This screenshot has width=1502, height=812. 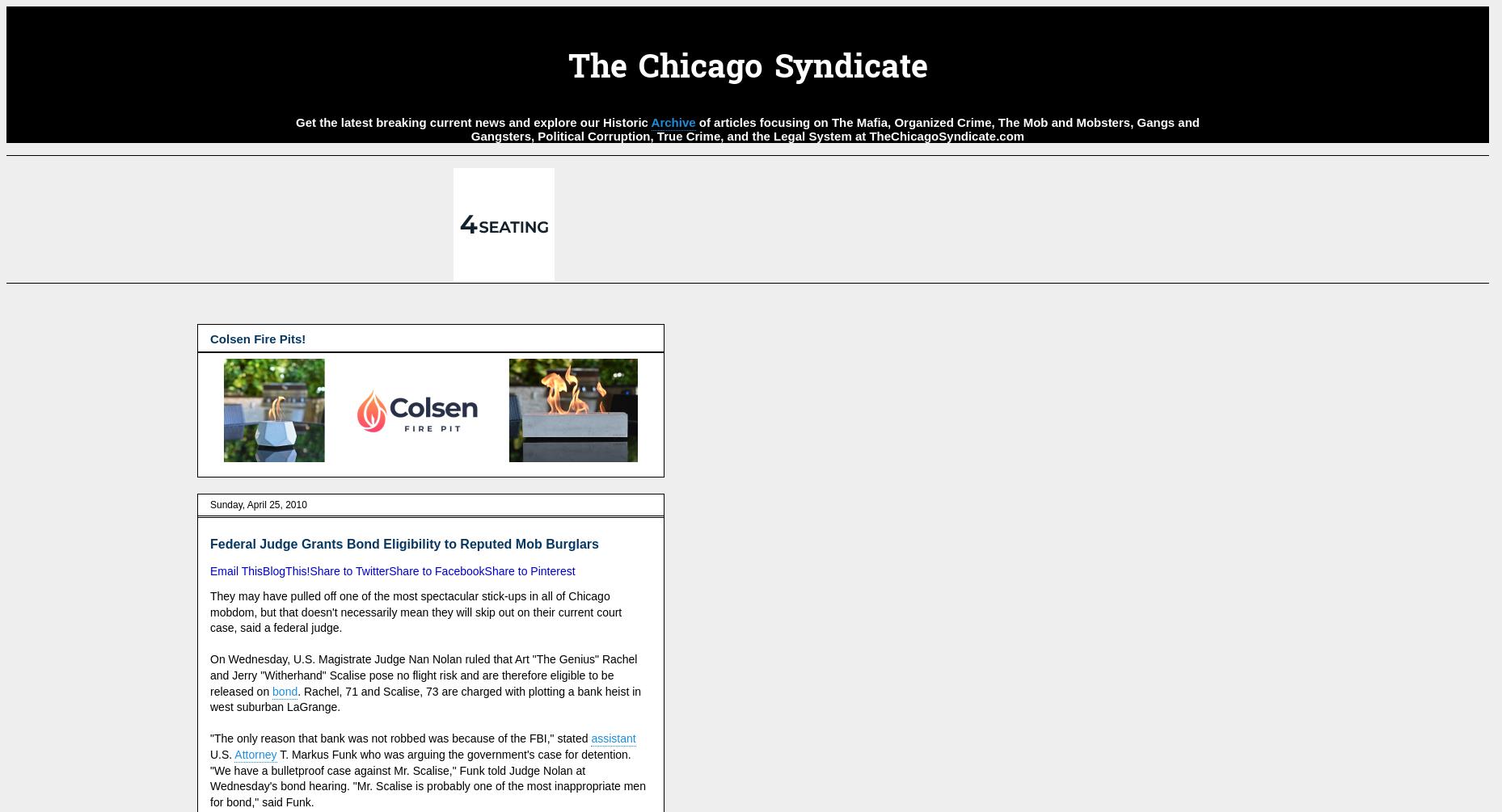 What do you see at coordinates (436, 571) in the screenshot?
I see `'Share to Facebook'` at bounding box center [436, 571].